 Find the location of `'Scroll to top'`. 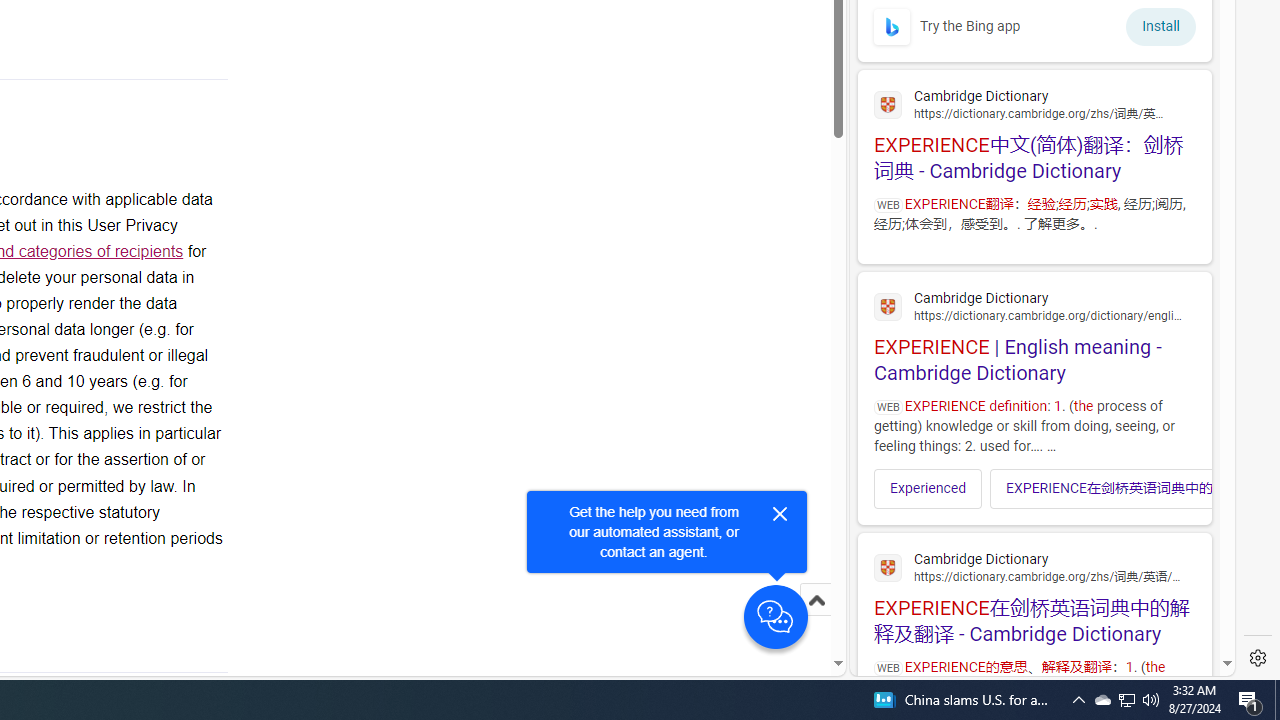

'Scroll to top' is located at coordinates (816, 620).